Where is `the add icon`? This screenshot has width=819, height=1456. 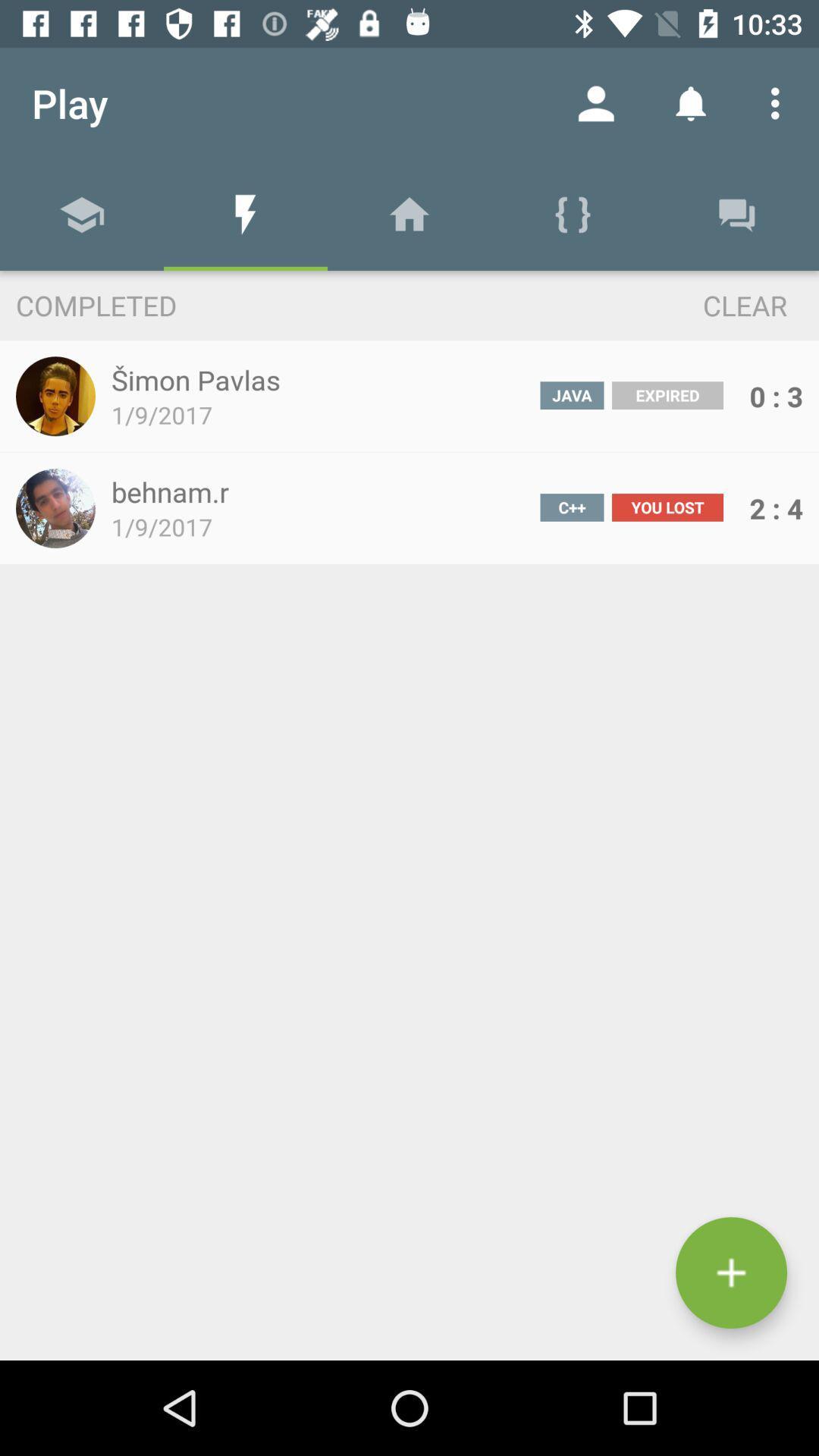
the add icon is located at coordinates (730, 1272).